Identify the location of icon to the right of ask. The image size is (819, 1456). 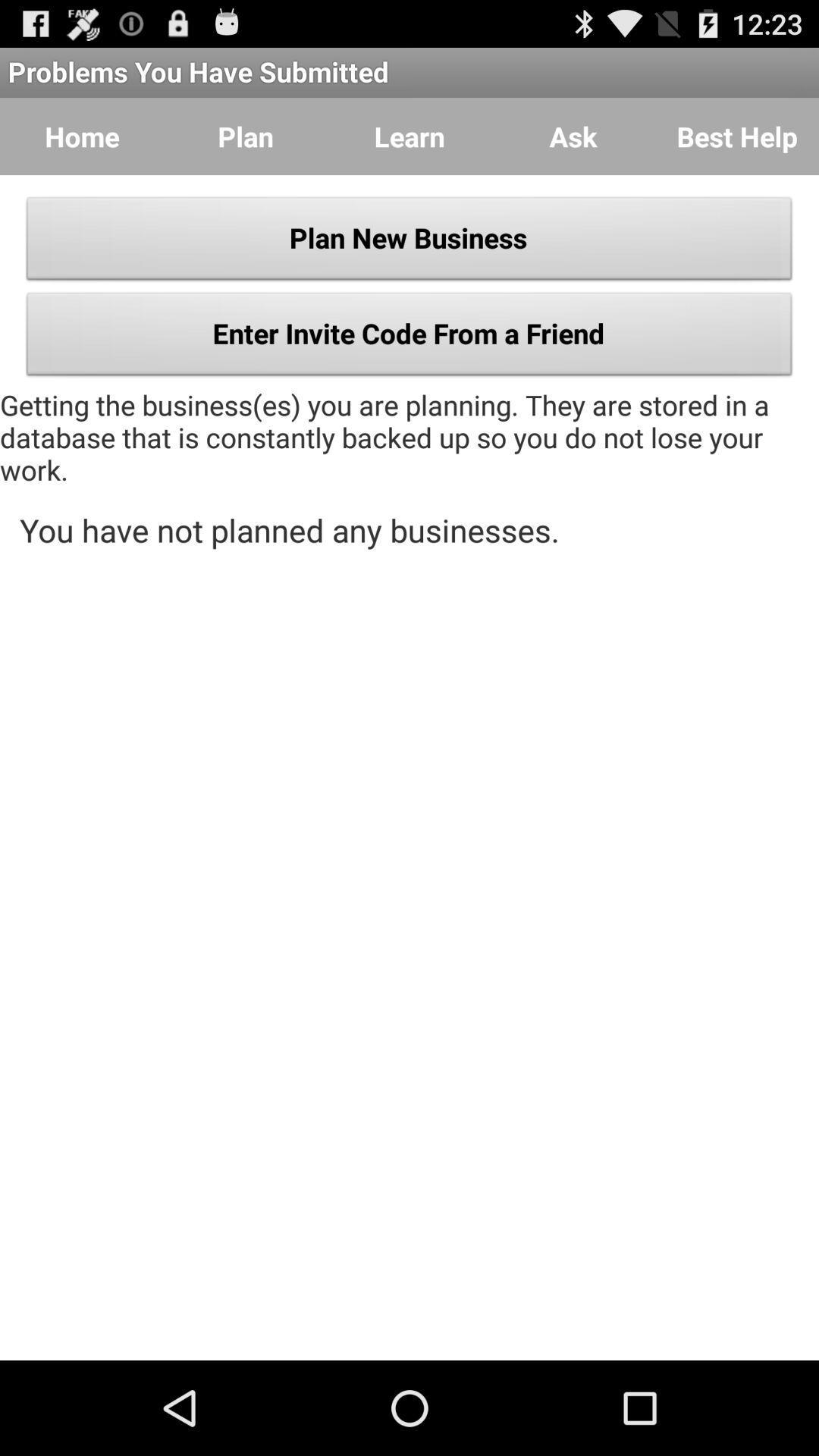
(736, 136).